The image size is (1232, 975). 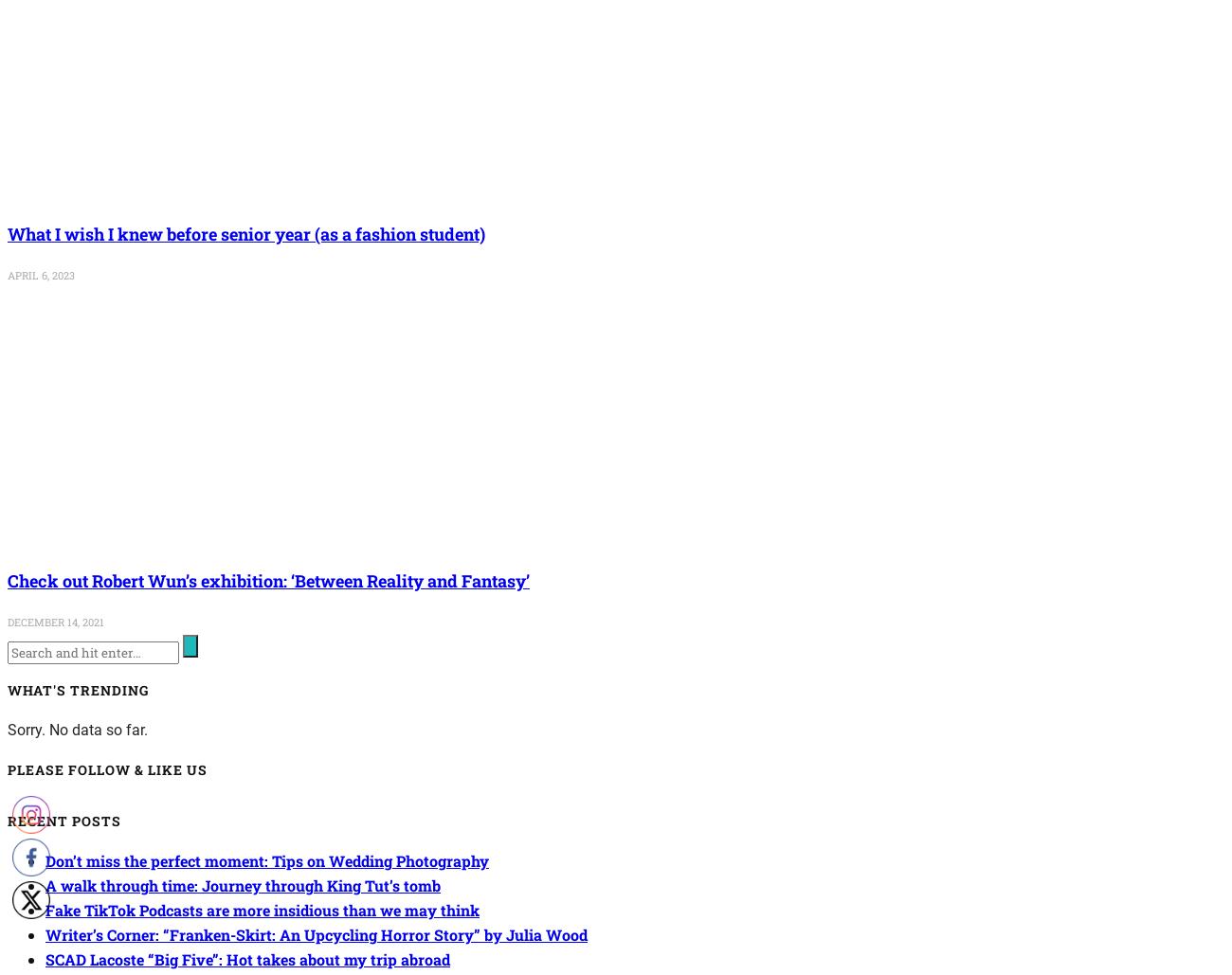 I want to click on 'What's Trending', so click(x=7, y=688).